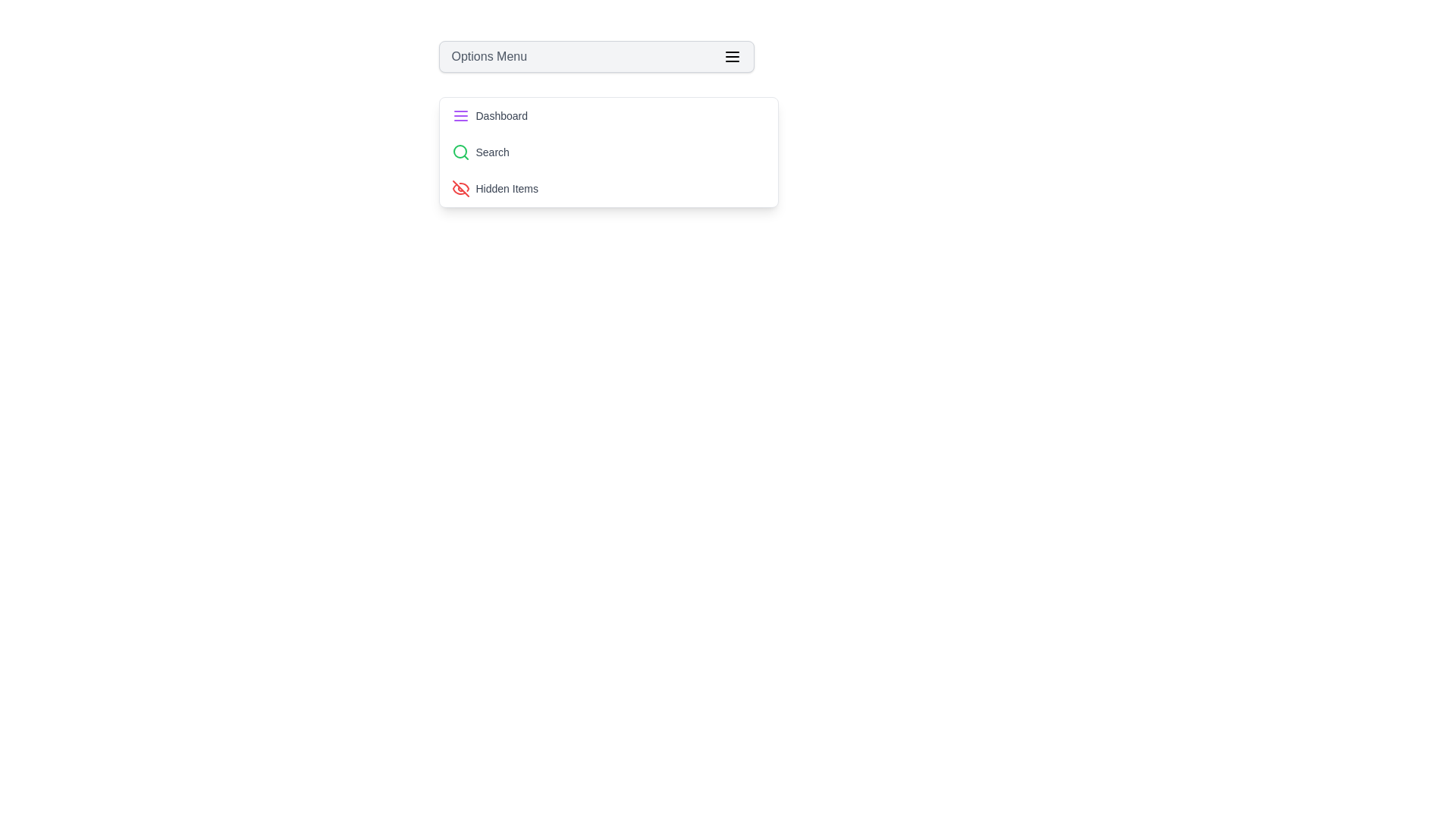 This screenshot has height=819, width=1456. Describe the element at coordinates (460, 115) in the screenshot. I see `the hamburger menu icon, which is a small purple icon with three horizontal lines located to the left of the 'Dashboard' text label in the first entry of the vertical menu` at that location.